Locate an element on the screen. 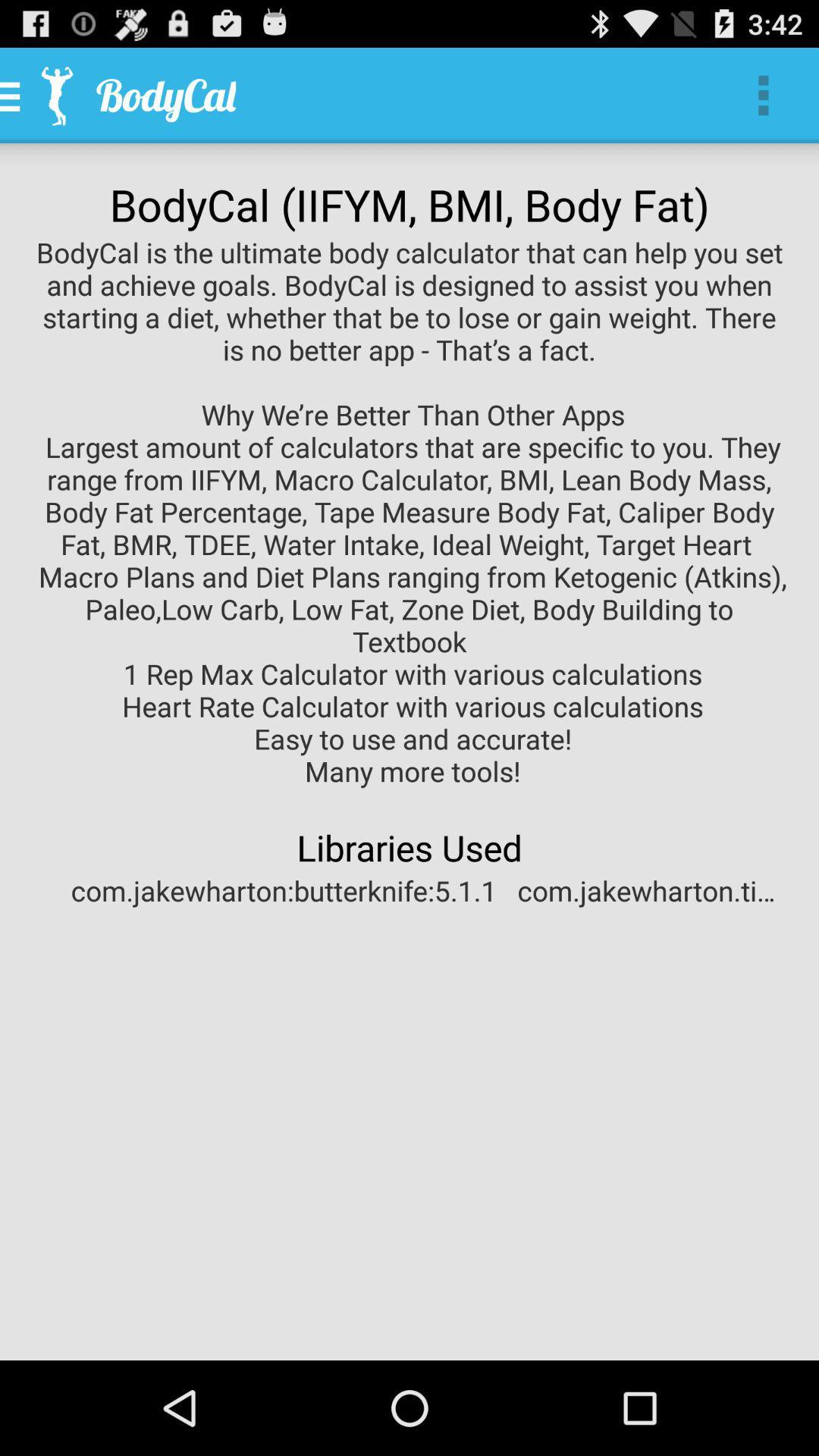  the item to the right of the bodycal is located at coordinates (763, 94).